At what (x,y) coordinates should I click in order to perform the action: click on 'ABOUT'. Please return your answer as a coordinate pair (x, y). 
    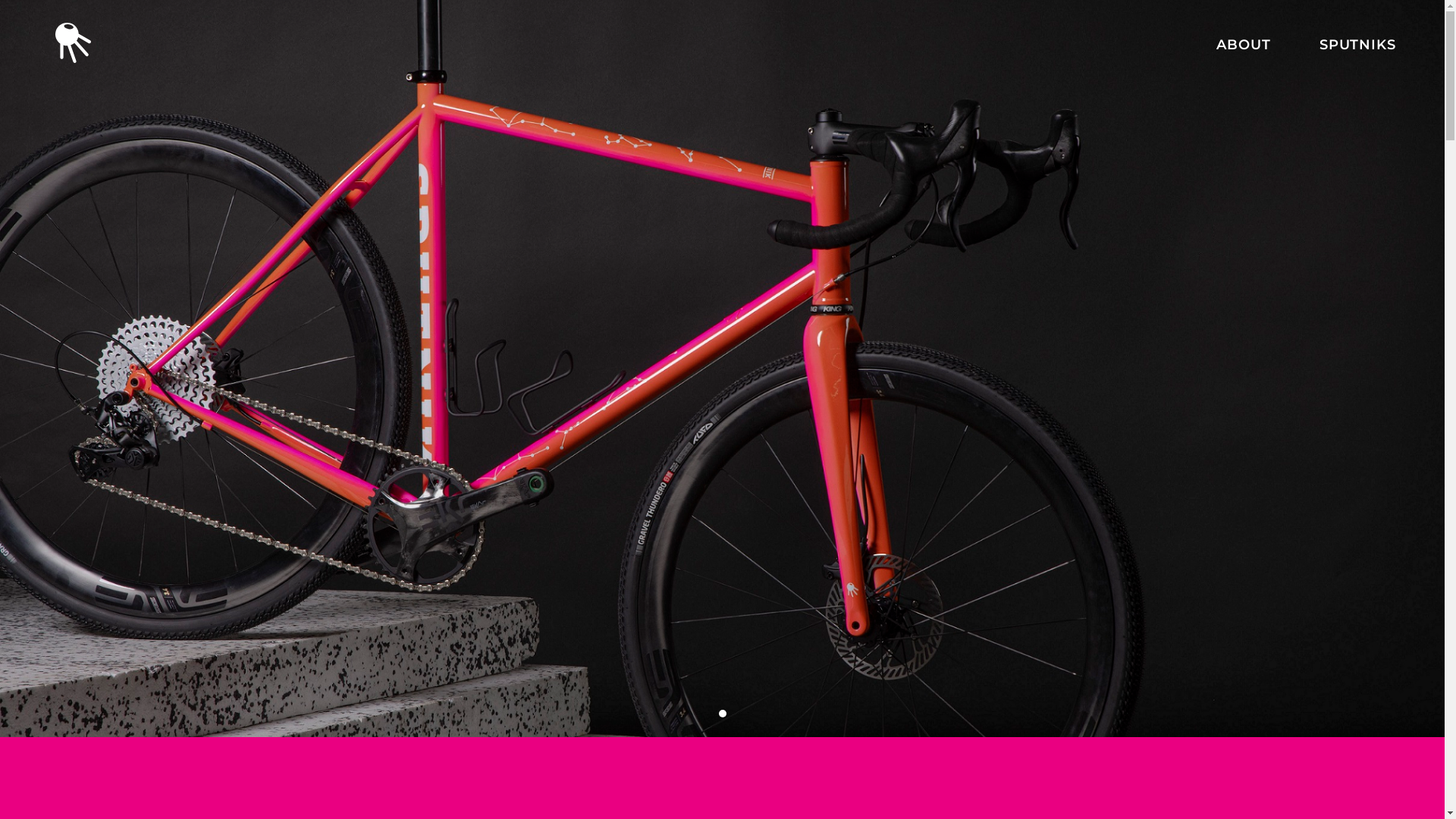
    Looking at the image, I should click on (1244, 43).